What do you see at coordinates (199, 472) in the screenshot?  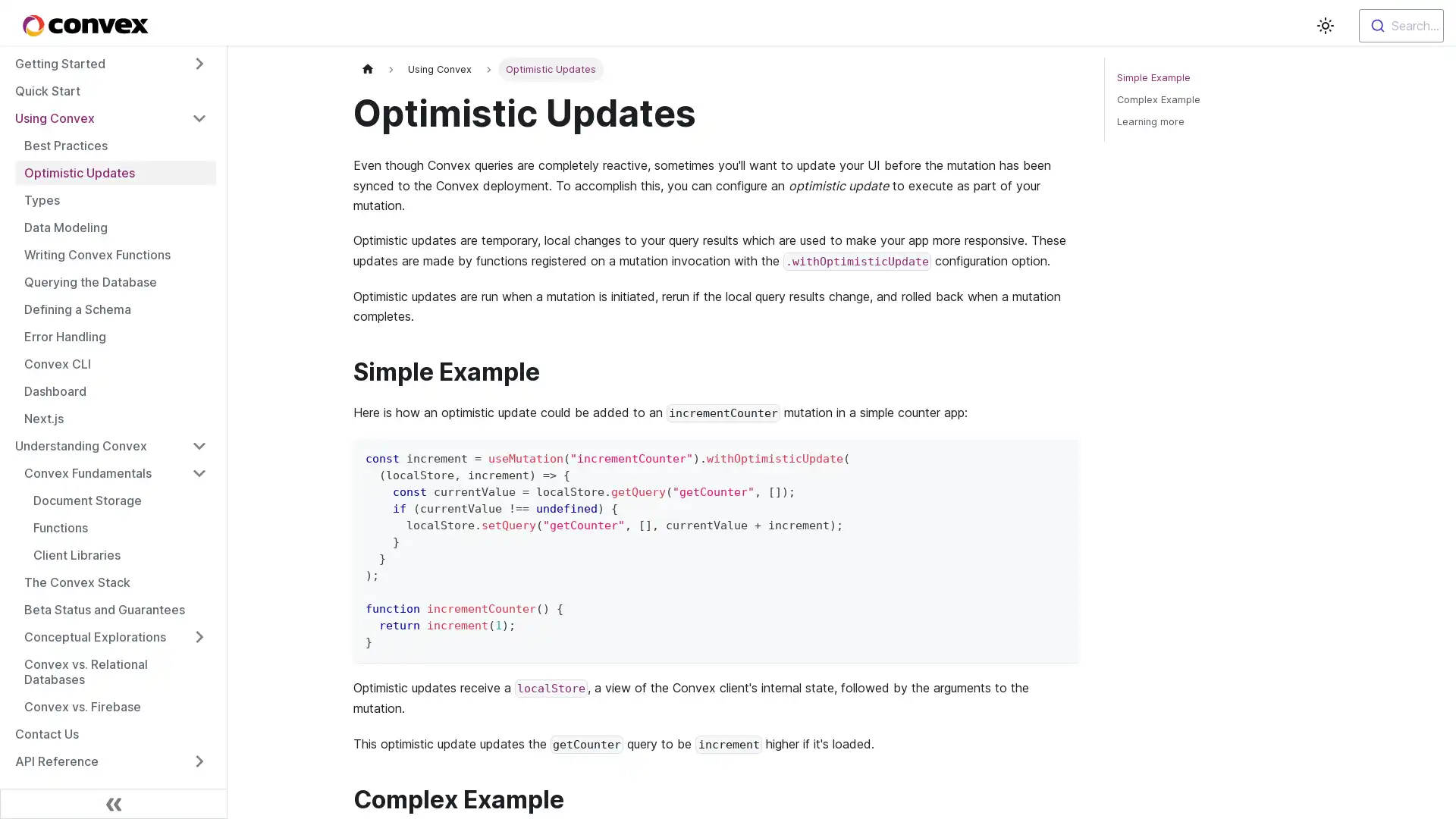 I see `Toggle the collapsible sidebar category 'Convex Fundamentals'` at bounding box center [199, 472].